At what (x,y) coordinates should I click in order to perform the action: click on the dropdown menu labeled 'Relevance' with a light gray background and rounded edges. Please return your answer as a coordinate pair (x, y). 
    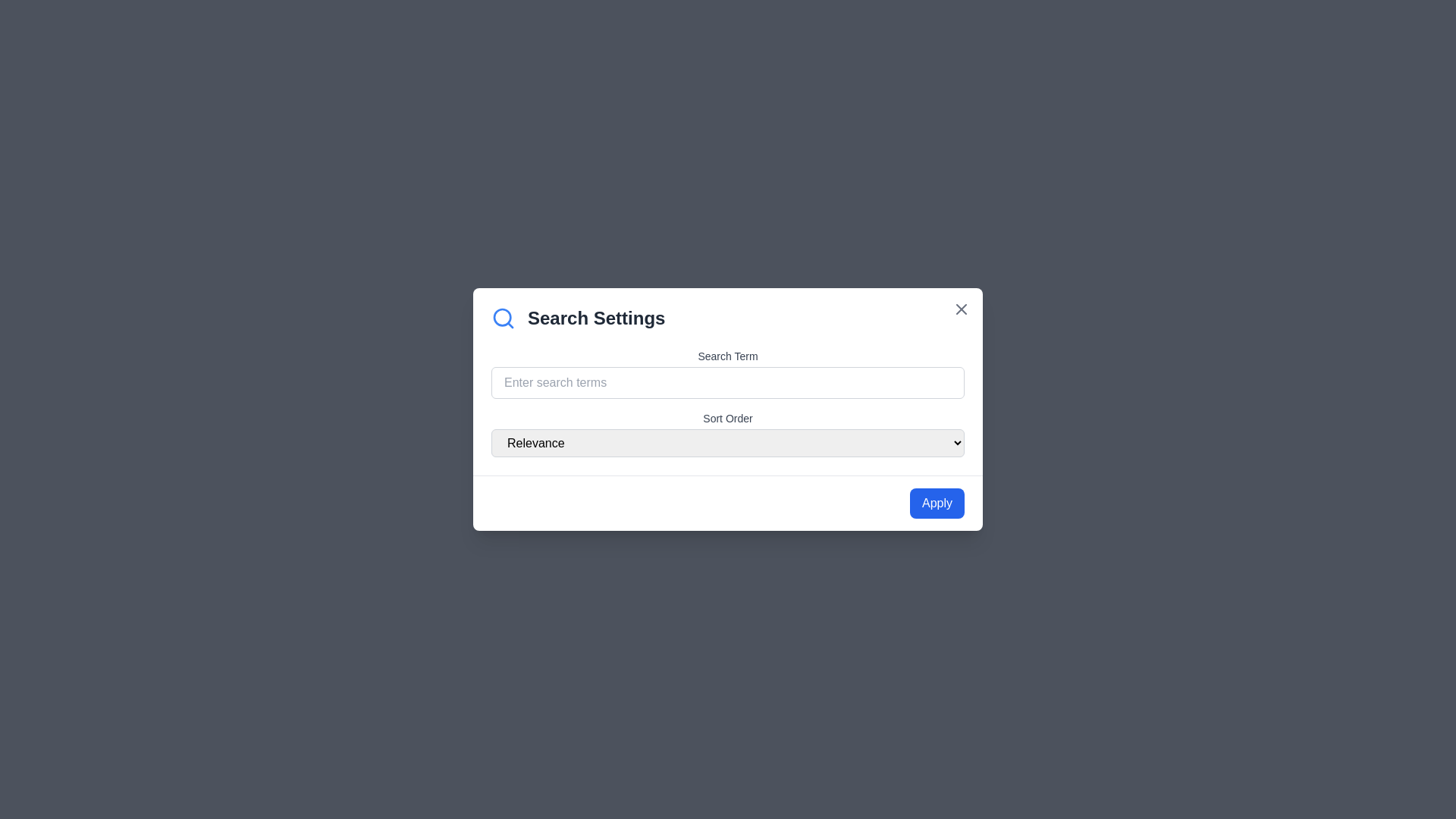
    Looking at the image, I should click on (728, 443).